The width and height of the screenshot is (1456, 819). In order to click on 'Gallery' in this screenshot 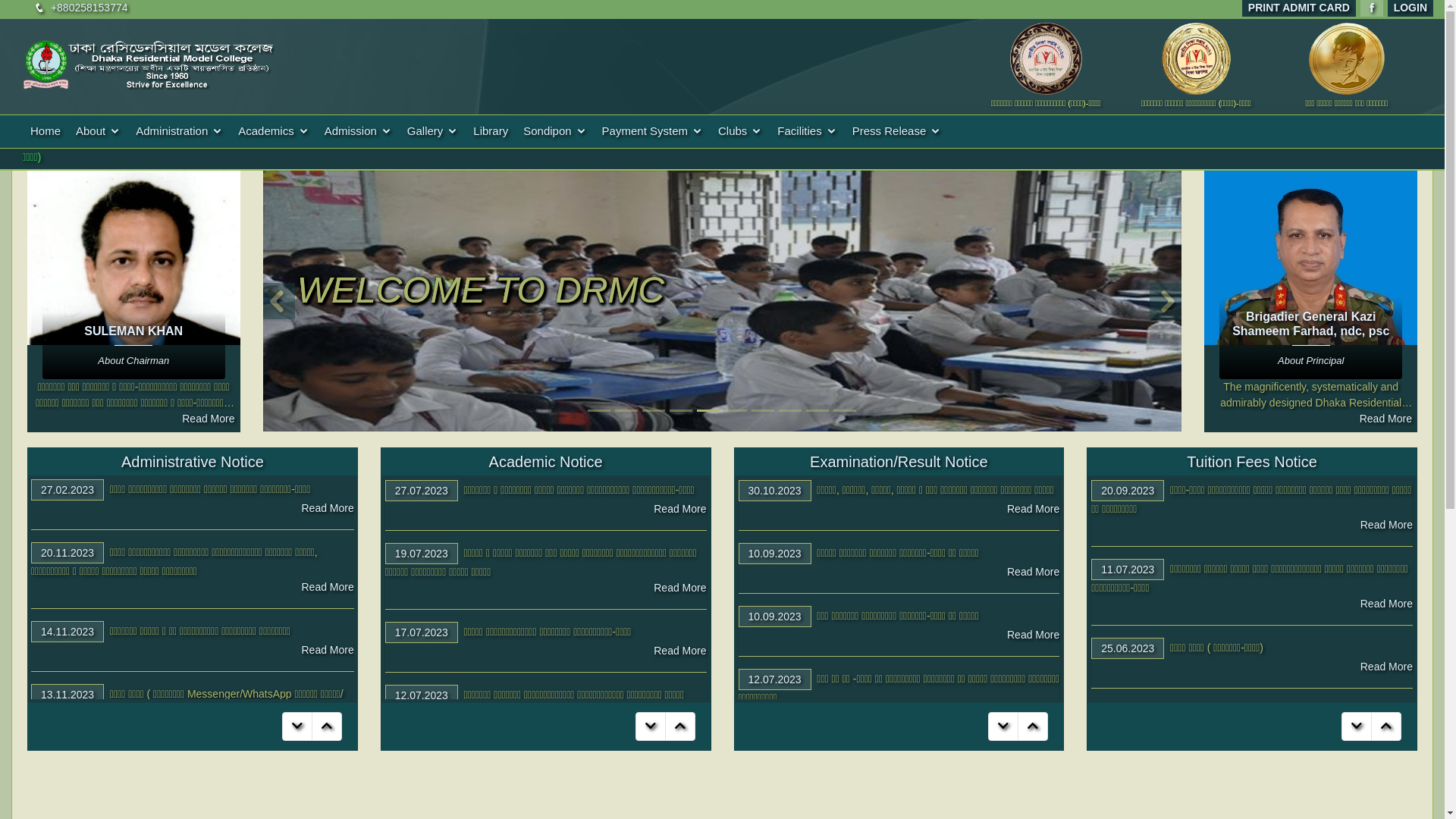, I will do `click(432, 130)`.